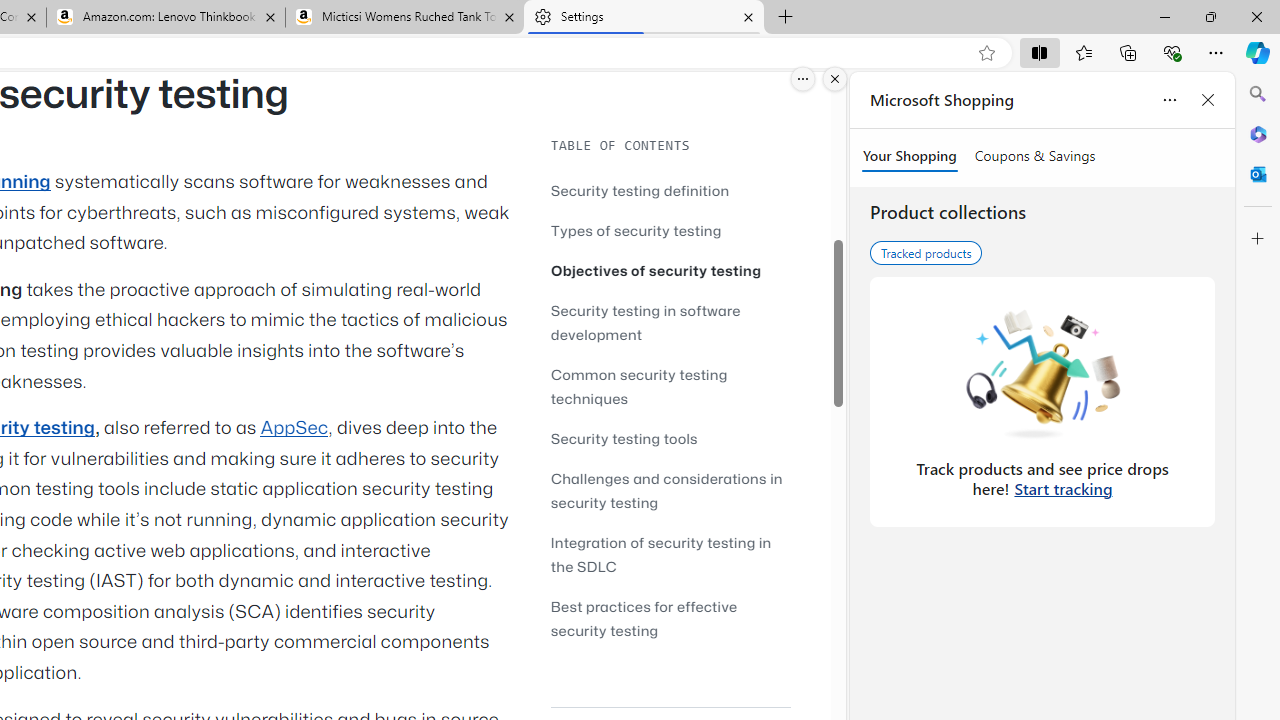 This screenshot has height=720, width=1280. Describe the element at coordinates (638, 386) in the screenshot. I see `'Common security testing techniques'` at that location.